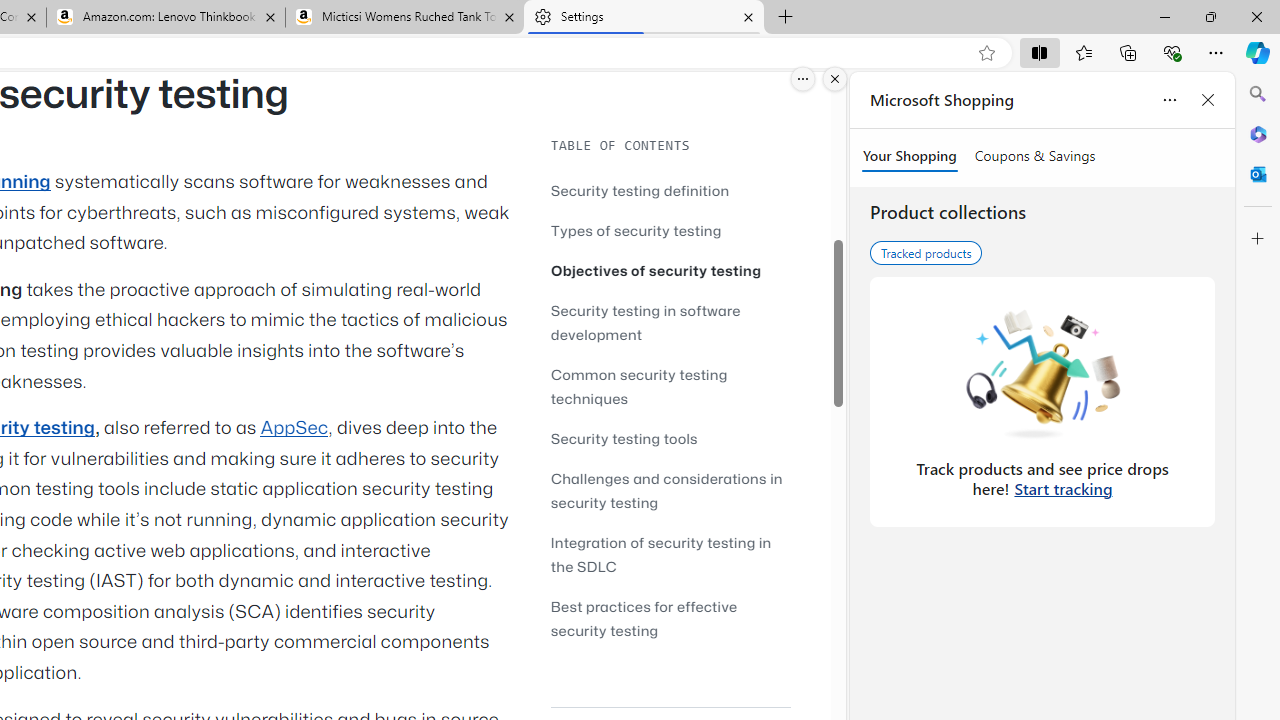 This screenshot has height=720, width=1280. Describe the element at coordinates (638, 386) in the screenshot. I see `'Common security testing techniques'` at that location.